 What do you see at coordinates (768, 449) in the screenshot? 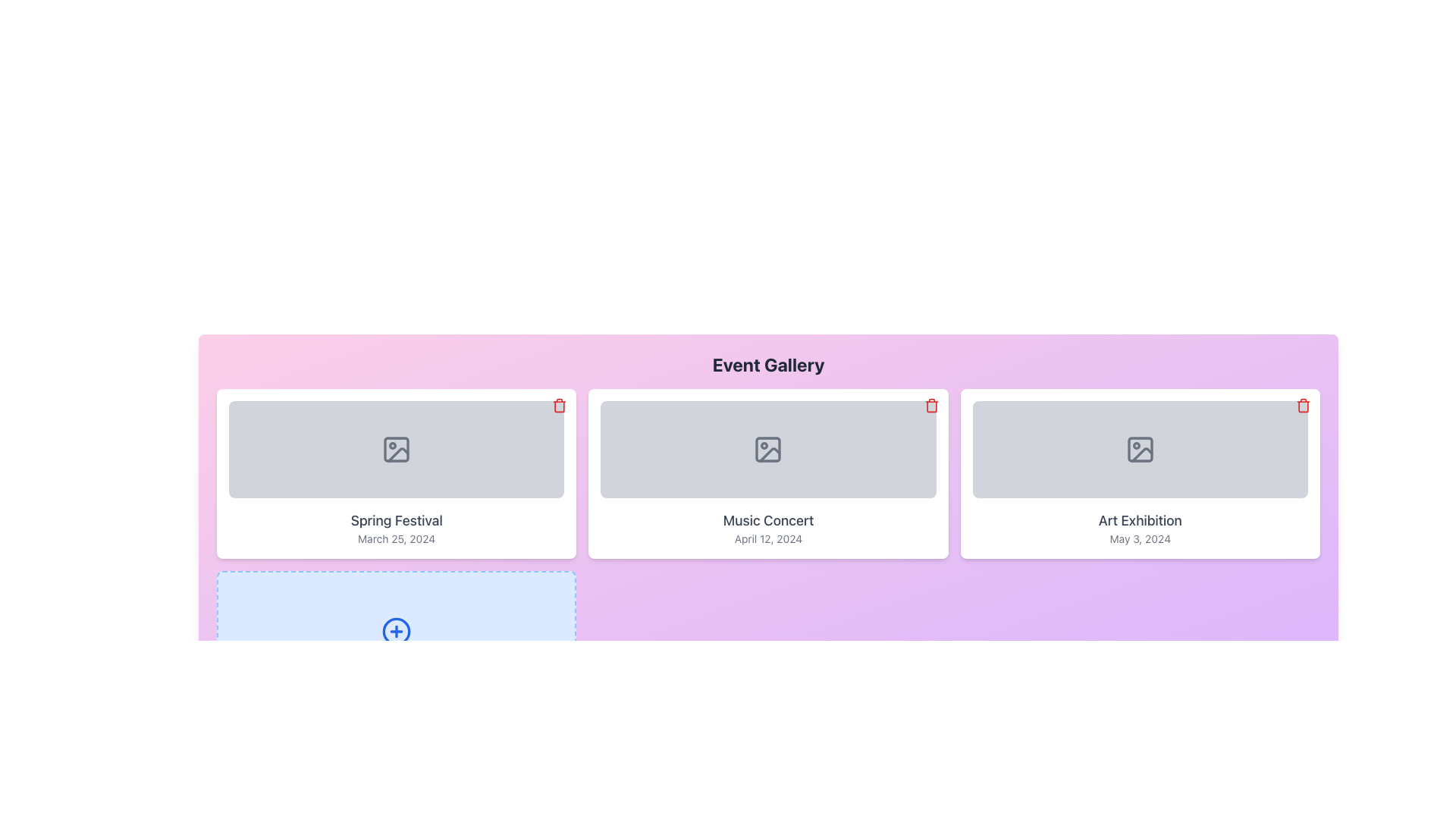
I see `the icon resembling a picture frame with a circular detail on the top-left corner, located in the middle card of the three-card layout in the 'Event Gallery' section, above the text 'Music Concert'` at bounding box center [768, 449].